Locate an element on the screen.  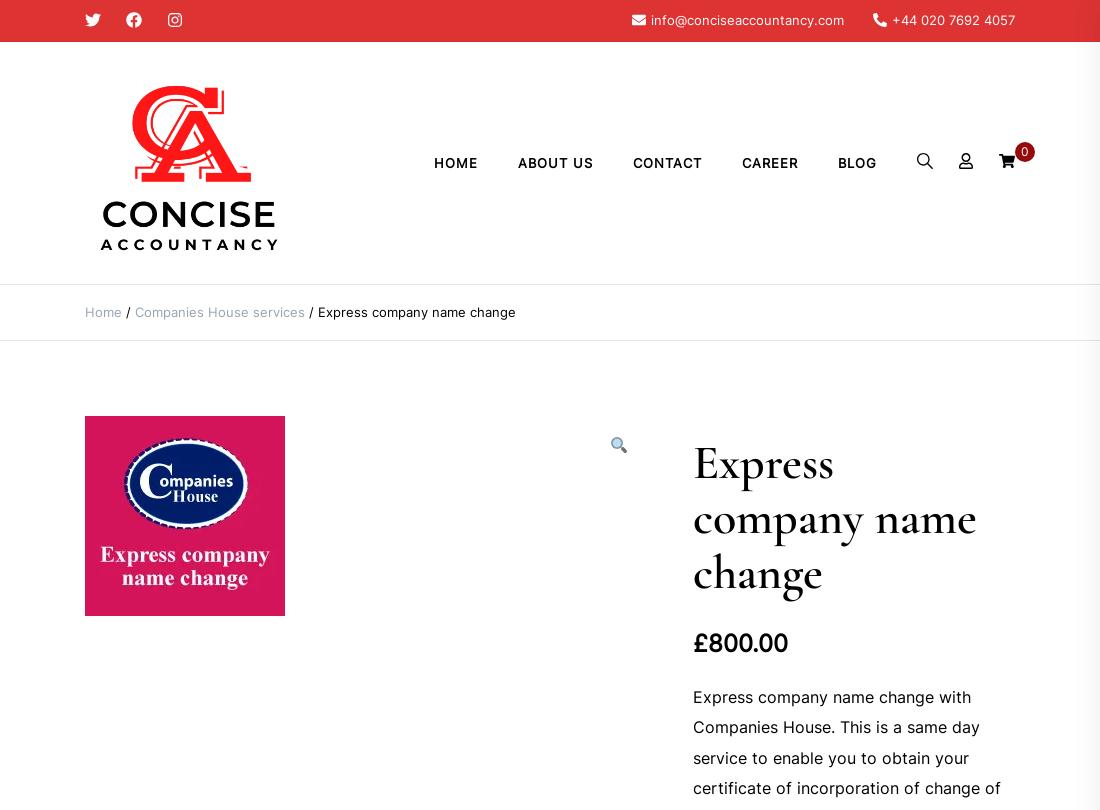
'/ Express company name change' is located at coordinates (410, 311).